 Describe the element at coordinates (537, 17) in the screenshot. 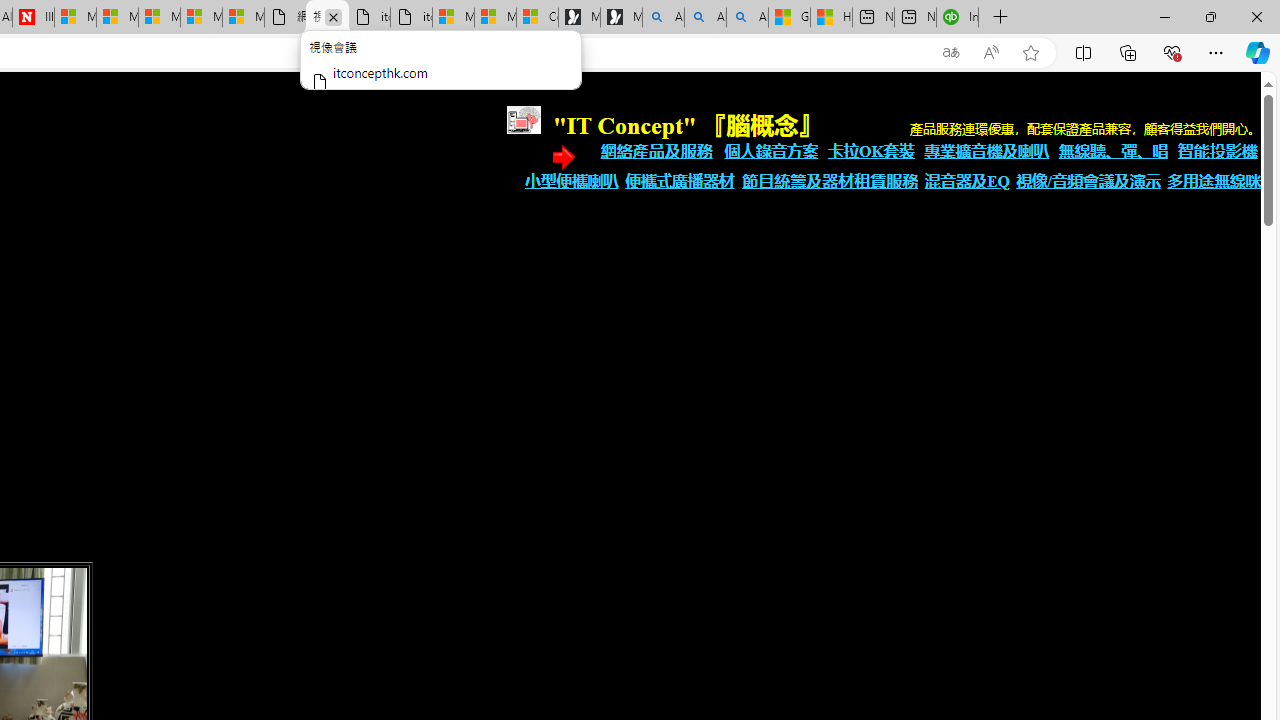

I see `'Consumer Health Data Privacy Policy'` at that location.